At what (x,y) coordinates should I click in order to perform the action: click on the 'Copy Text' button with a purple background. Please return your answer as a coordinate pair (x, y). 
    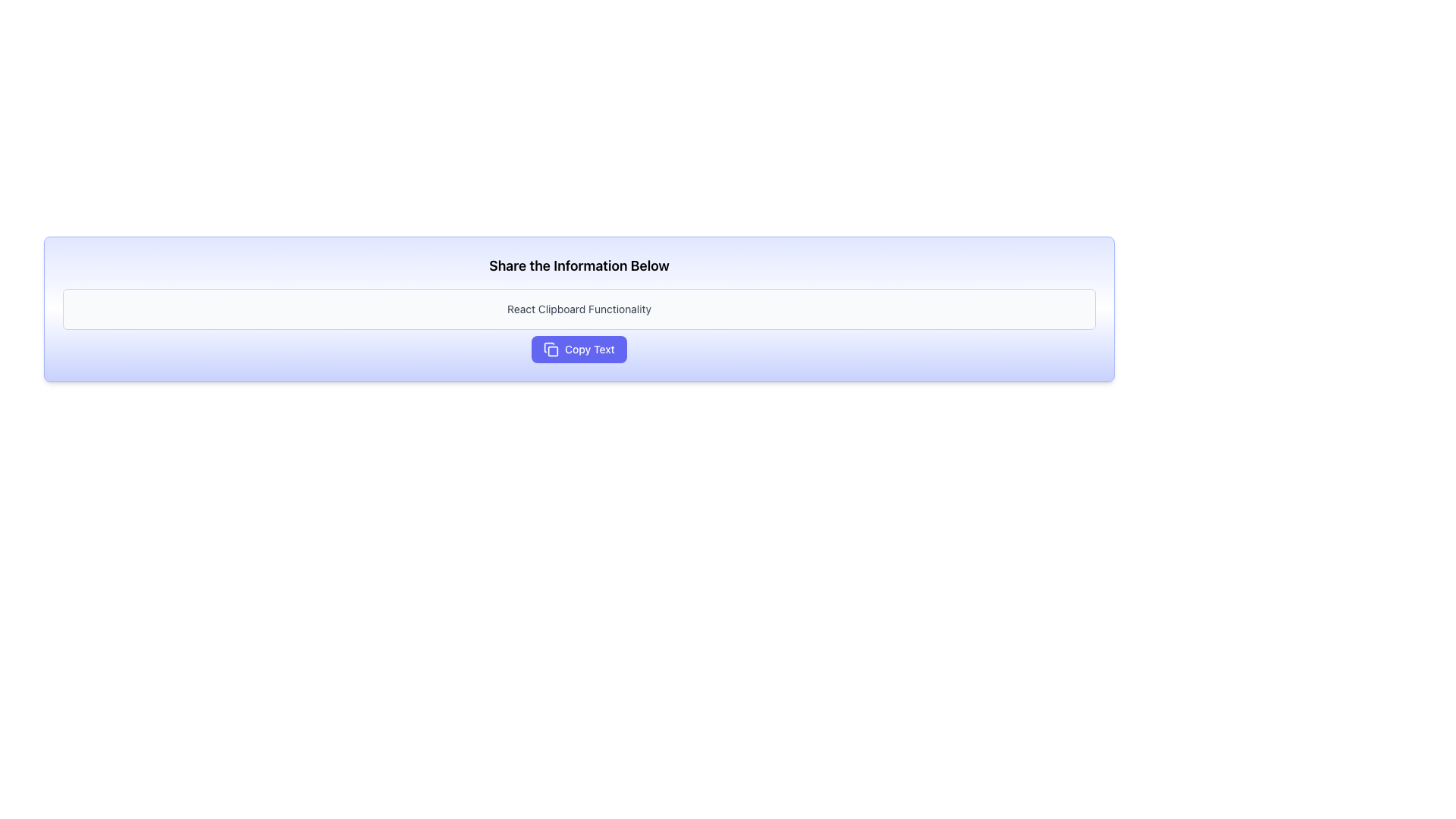
    Looking at the image, I should click on (578, 350).